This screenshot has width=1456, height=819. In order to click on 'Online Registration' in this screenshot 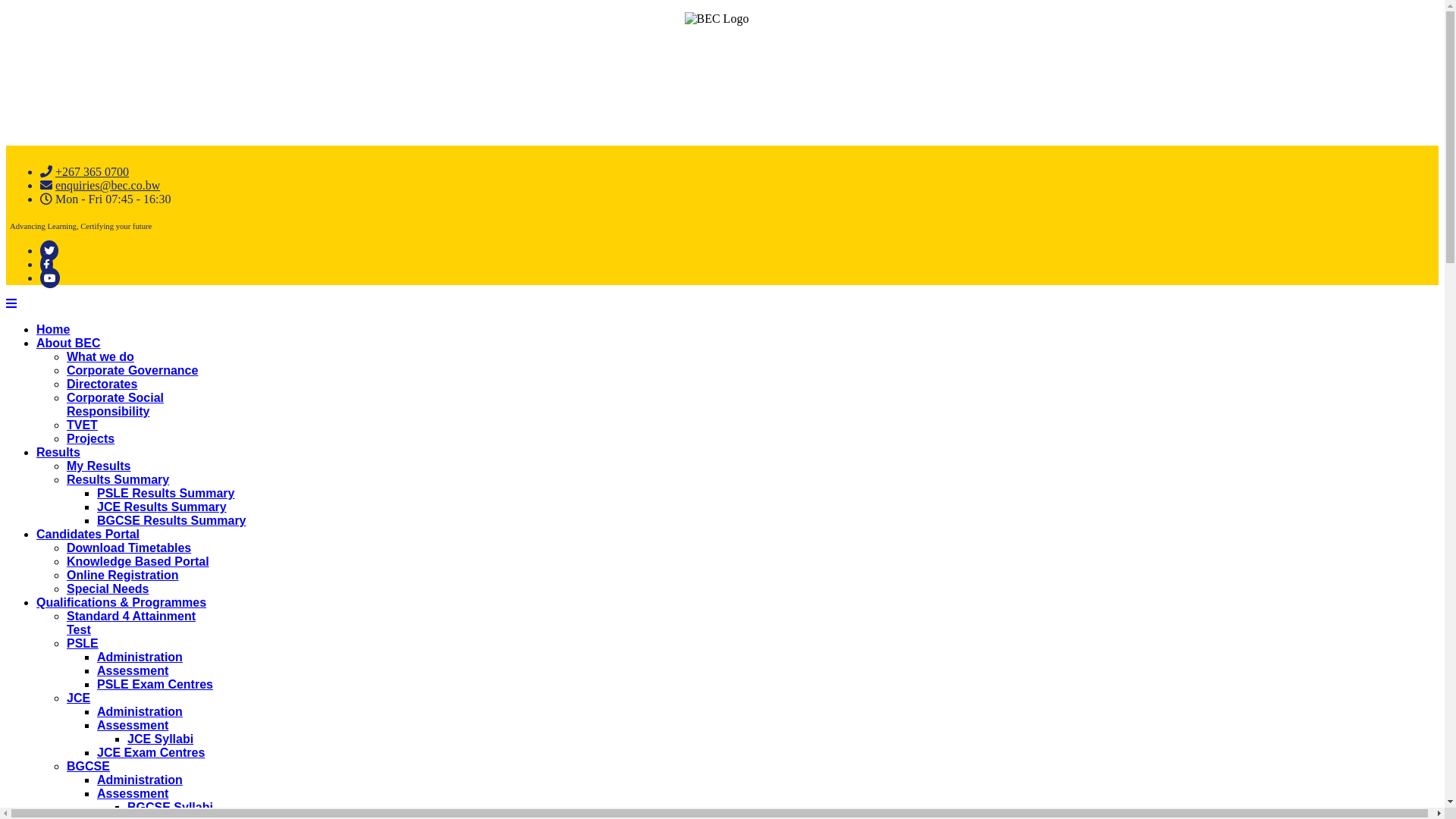, I will do `click(123, 575)`.